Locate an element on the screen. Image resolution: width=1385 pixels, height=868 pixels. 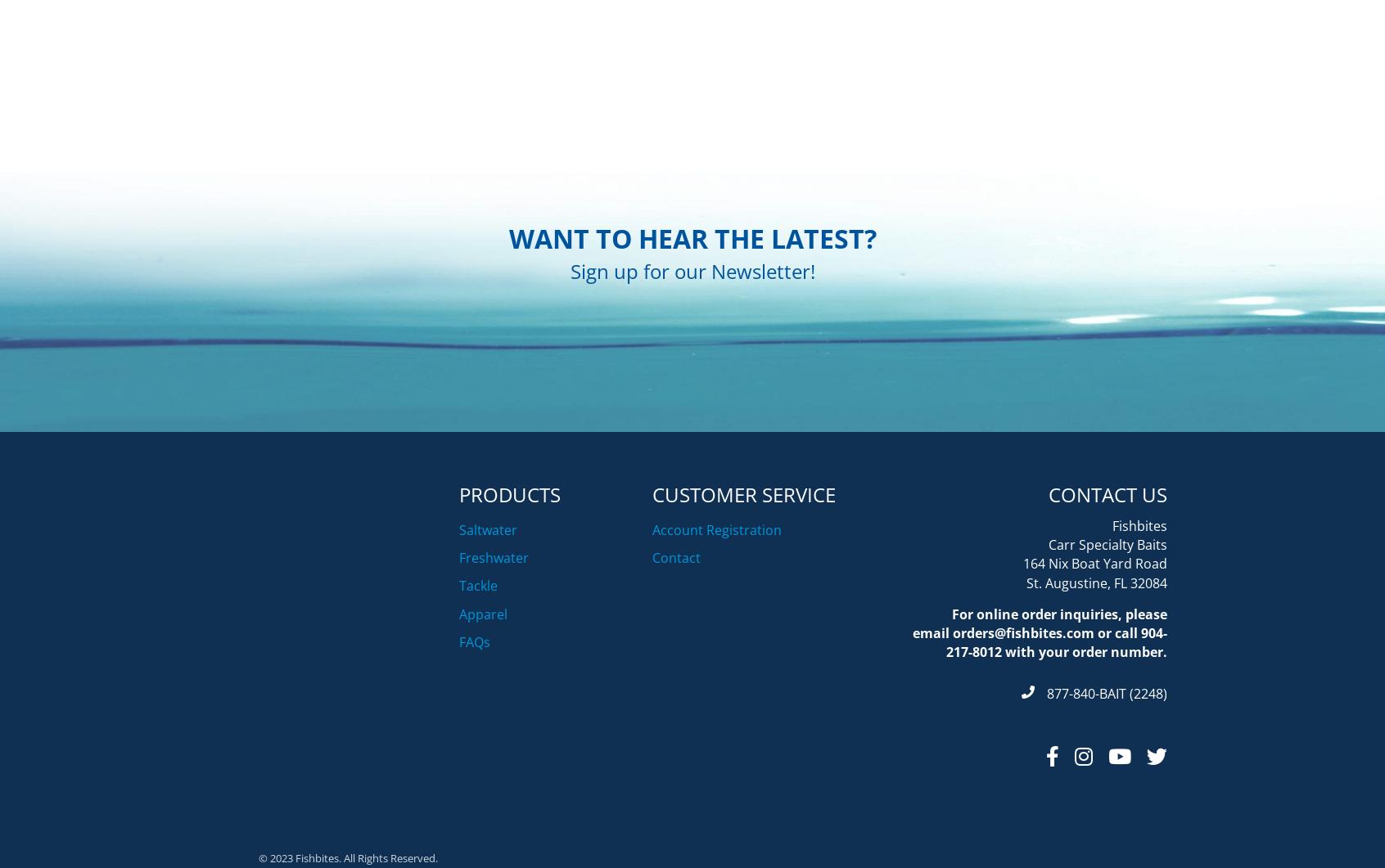
'877-840-BAIT (2248)' is located at coordinates (1107, 774).